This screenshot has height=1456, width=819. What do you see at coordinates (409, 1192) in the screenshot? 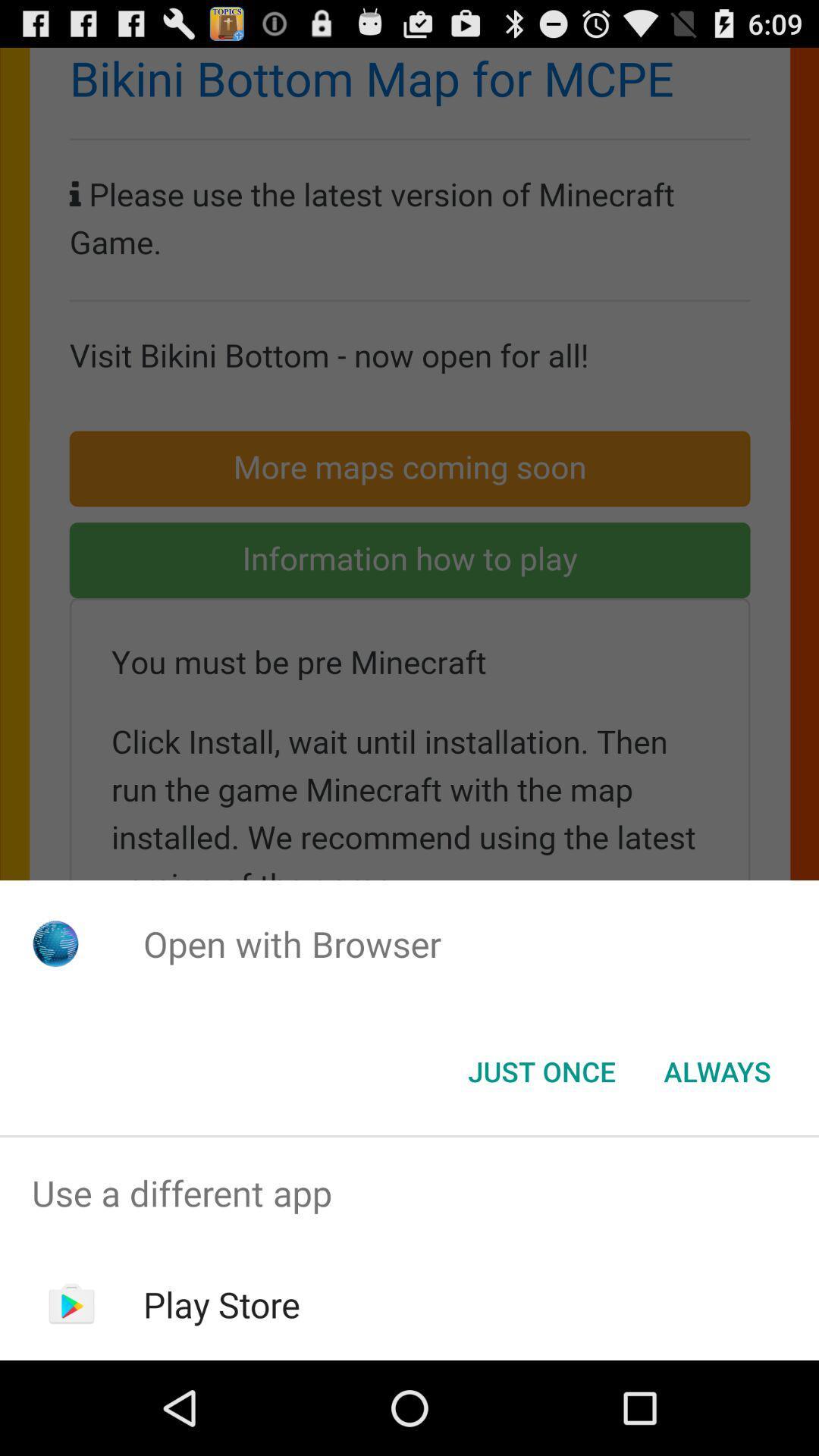
I see `use a different` at bounding box center [409, 1192].